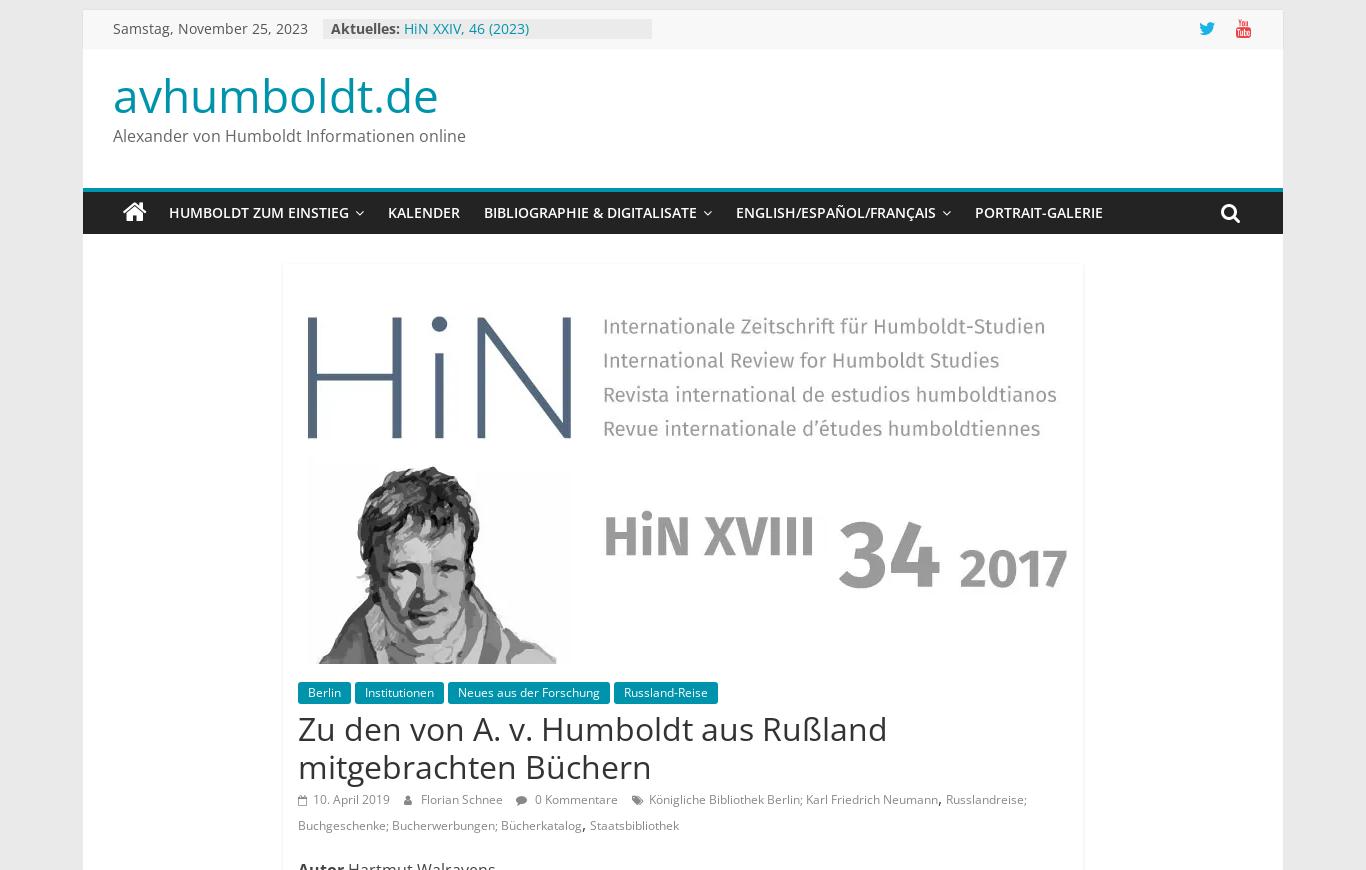 The image size is (1366, 870). What do you see at coordinates (622, 691) in the screenshot?
I see `'Russland-Reise'` at bounding box center [622, 691].